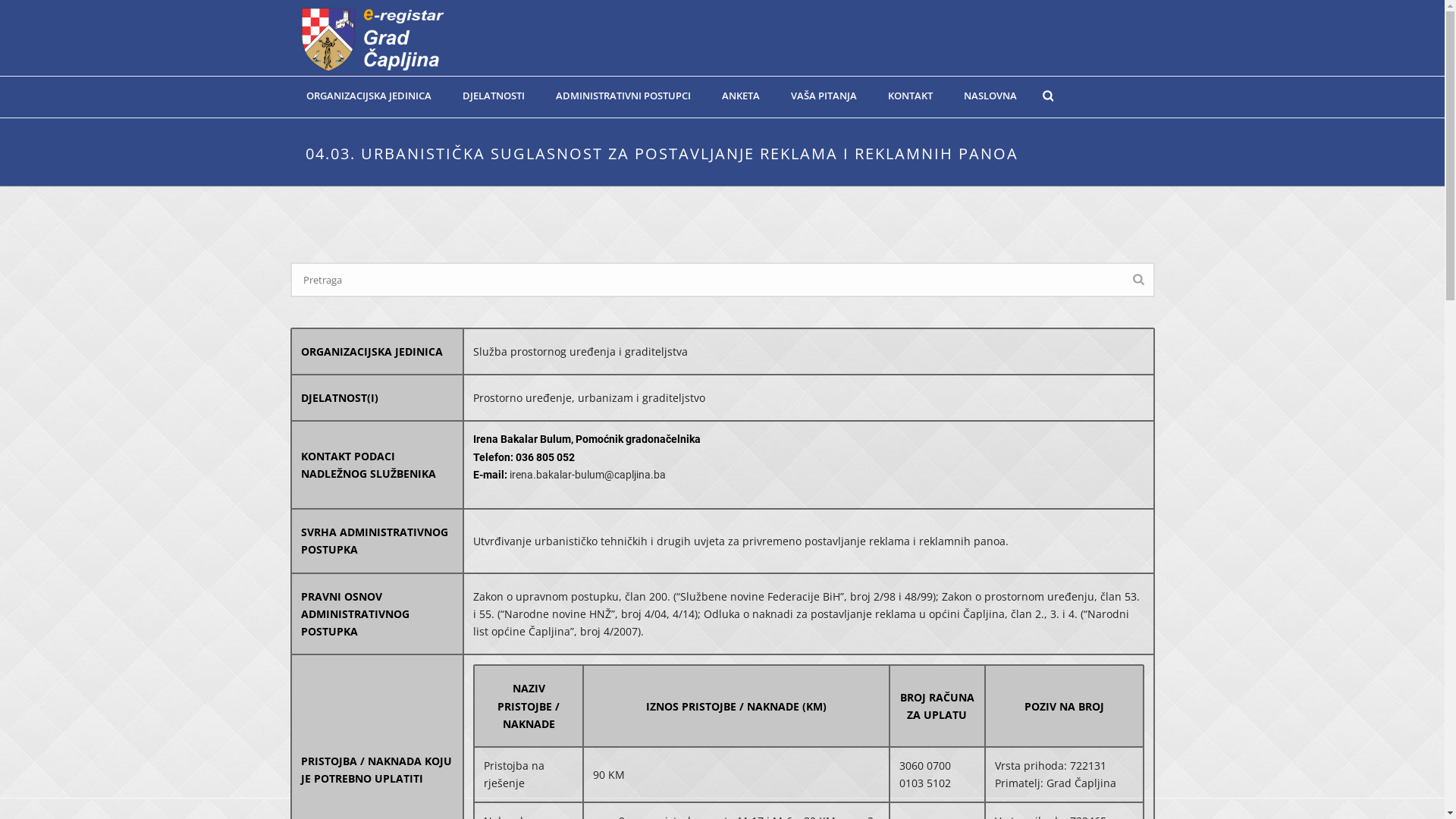  I want to click on 'eRegistar', so click(372, 37).